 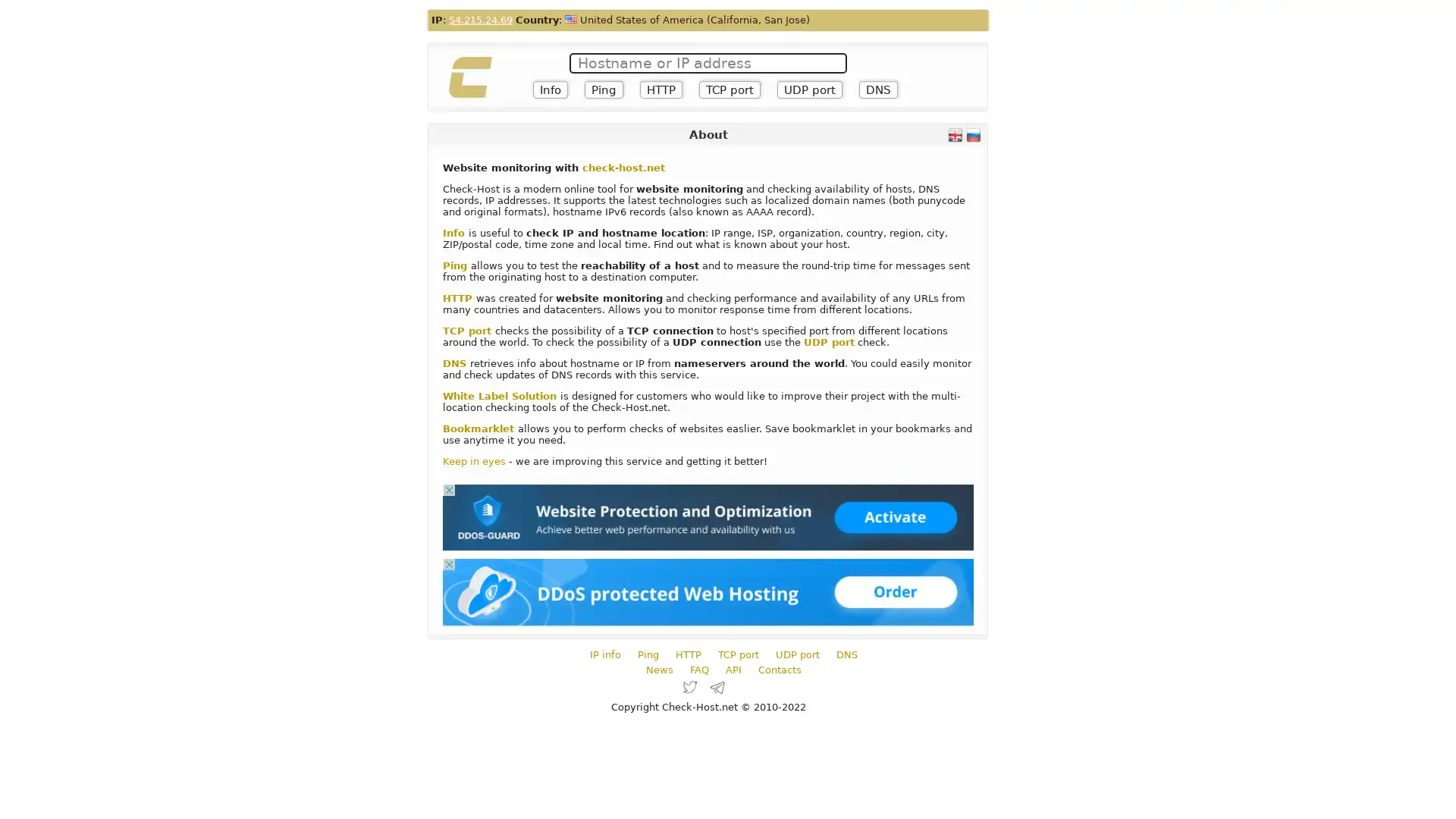 What do you see at coordinates (729, 89) in the screenshot?
I see `TCP port` at bounding box center [729, 89].